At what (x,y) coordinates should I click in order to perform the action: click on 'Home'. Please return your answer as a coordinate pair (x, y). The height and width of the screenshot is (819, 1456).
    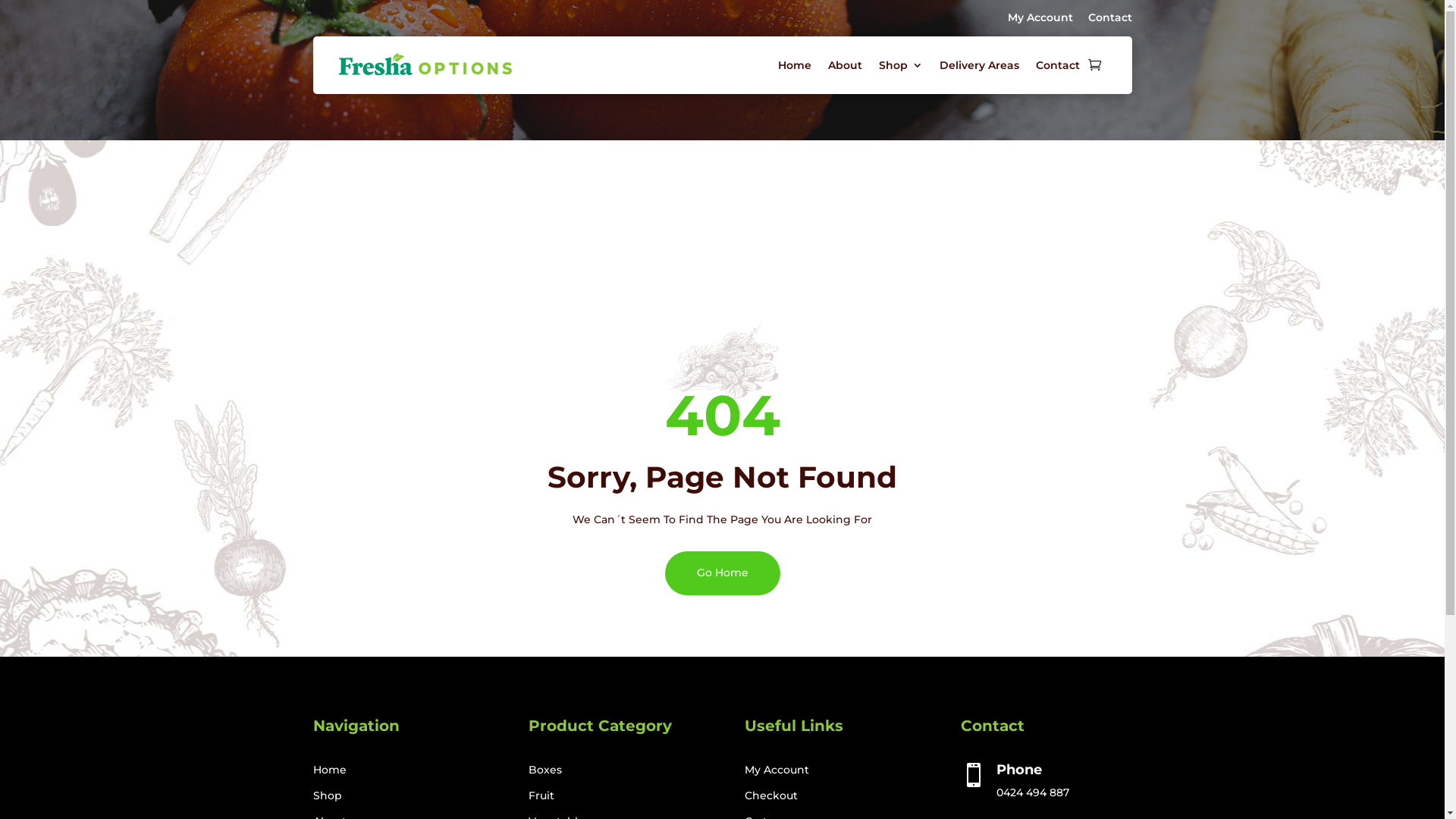
    Looking at the image, I should click on (793, 64).